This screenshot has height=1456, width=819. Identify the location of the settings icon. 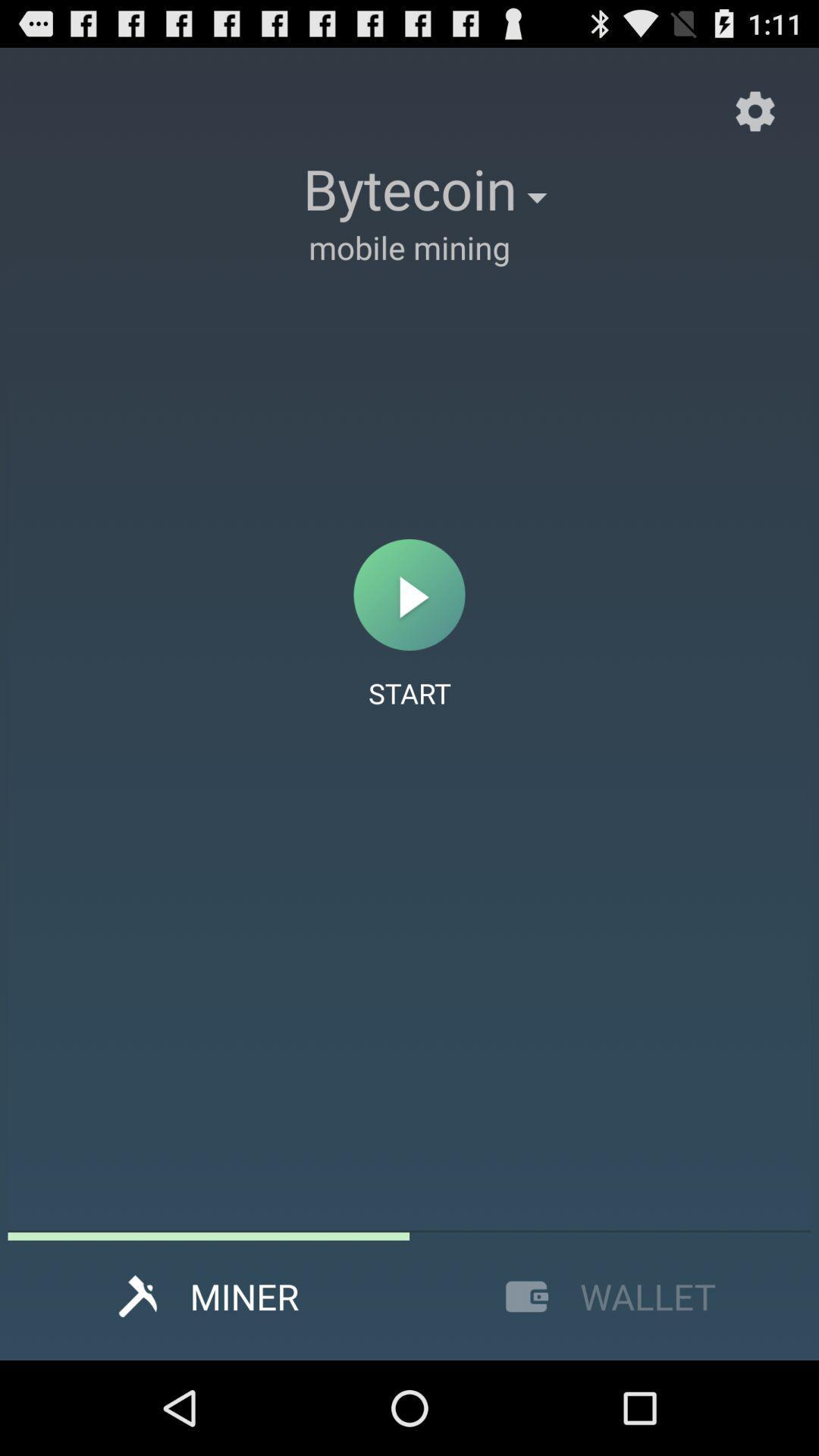
(755, 118).